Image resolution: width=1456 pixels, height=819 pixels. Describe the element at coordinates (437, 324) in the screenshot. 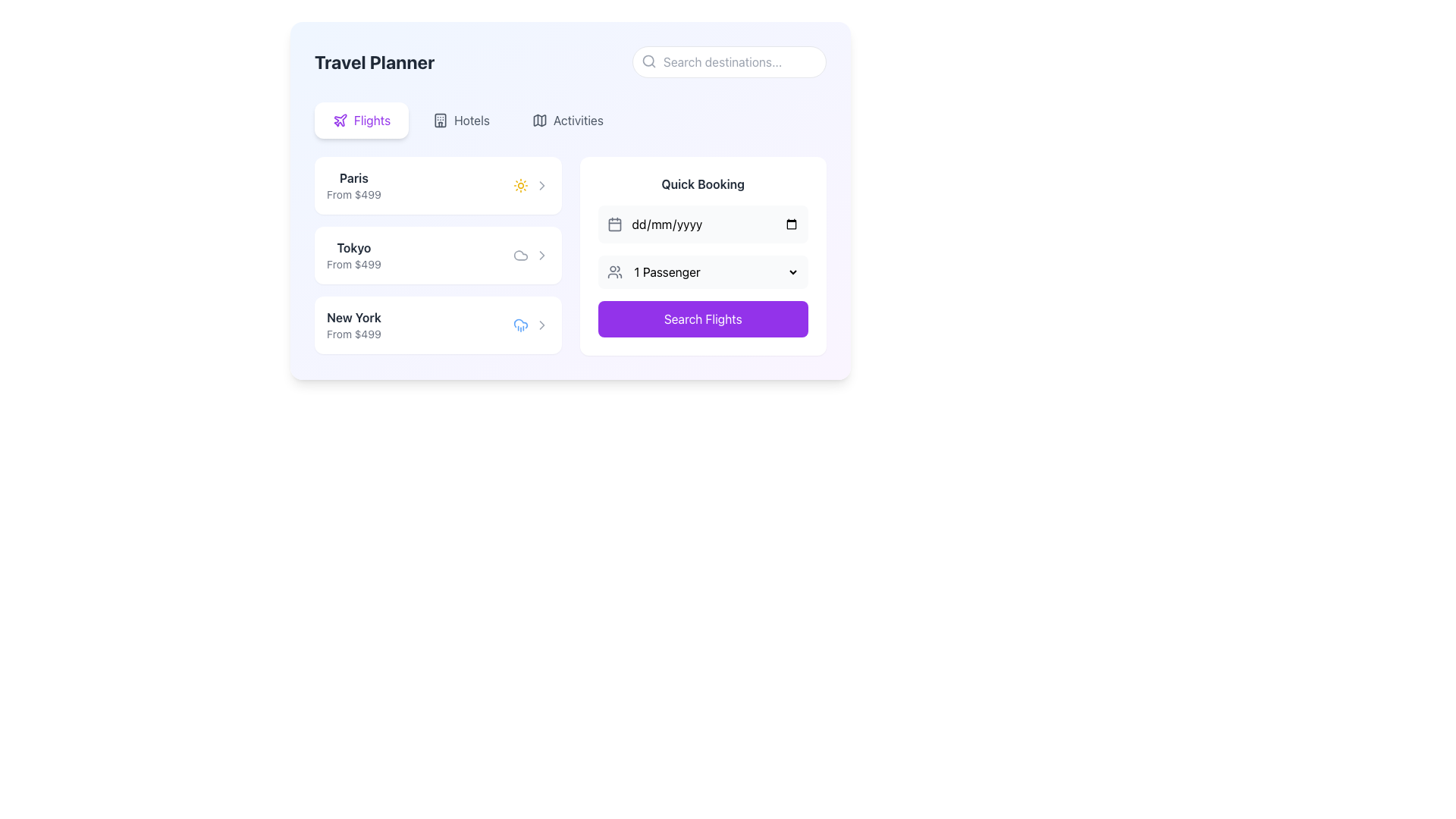

I see `the list item representing the destination 'New York'` at that location.